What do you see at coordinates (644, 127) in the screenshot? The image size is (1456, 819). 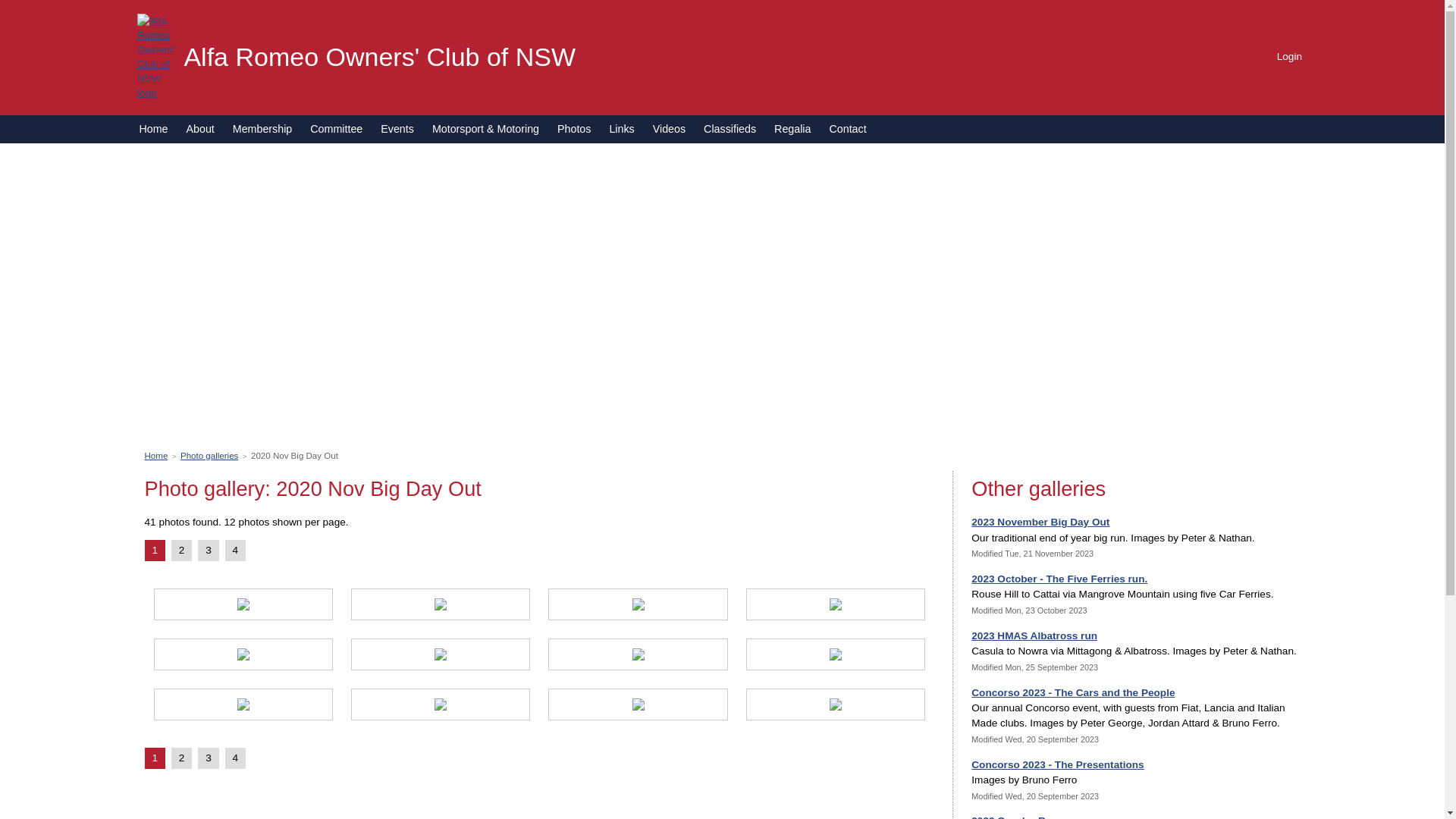 I see `'Videos'` at bounding box center [644, 127].